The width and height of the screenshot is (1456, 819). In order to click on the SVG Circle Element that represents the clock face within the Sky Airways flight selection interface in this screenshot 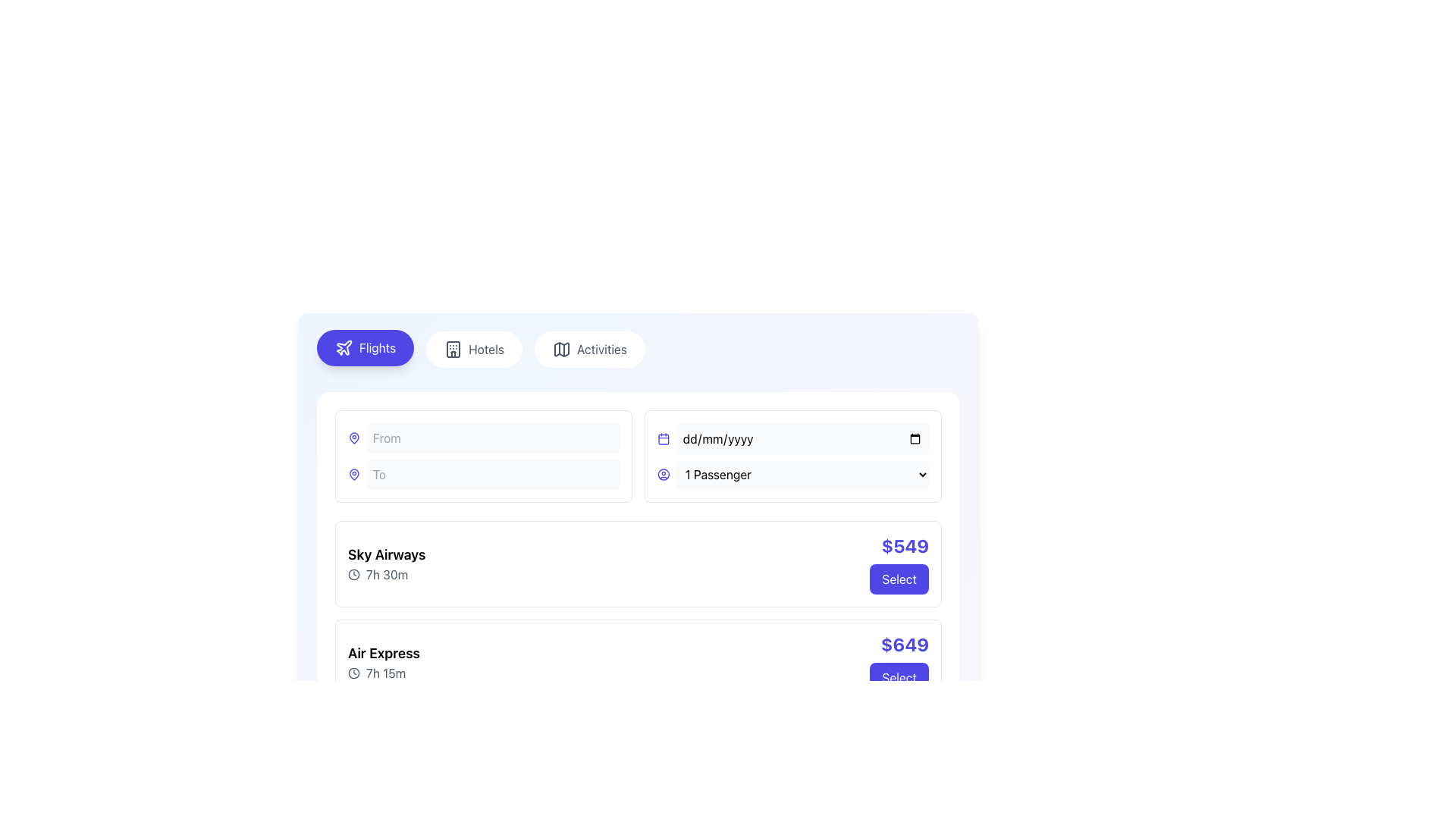, I will do `click(789, 564)`.